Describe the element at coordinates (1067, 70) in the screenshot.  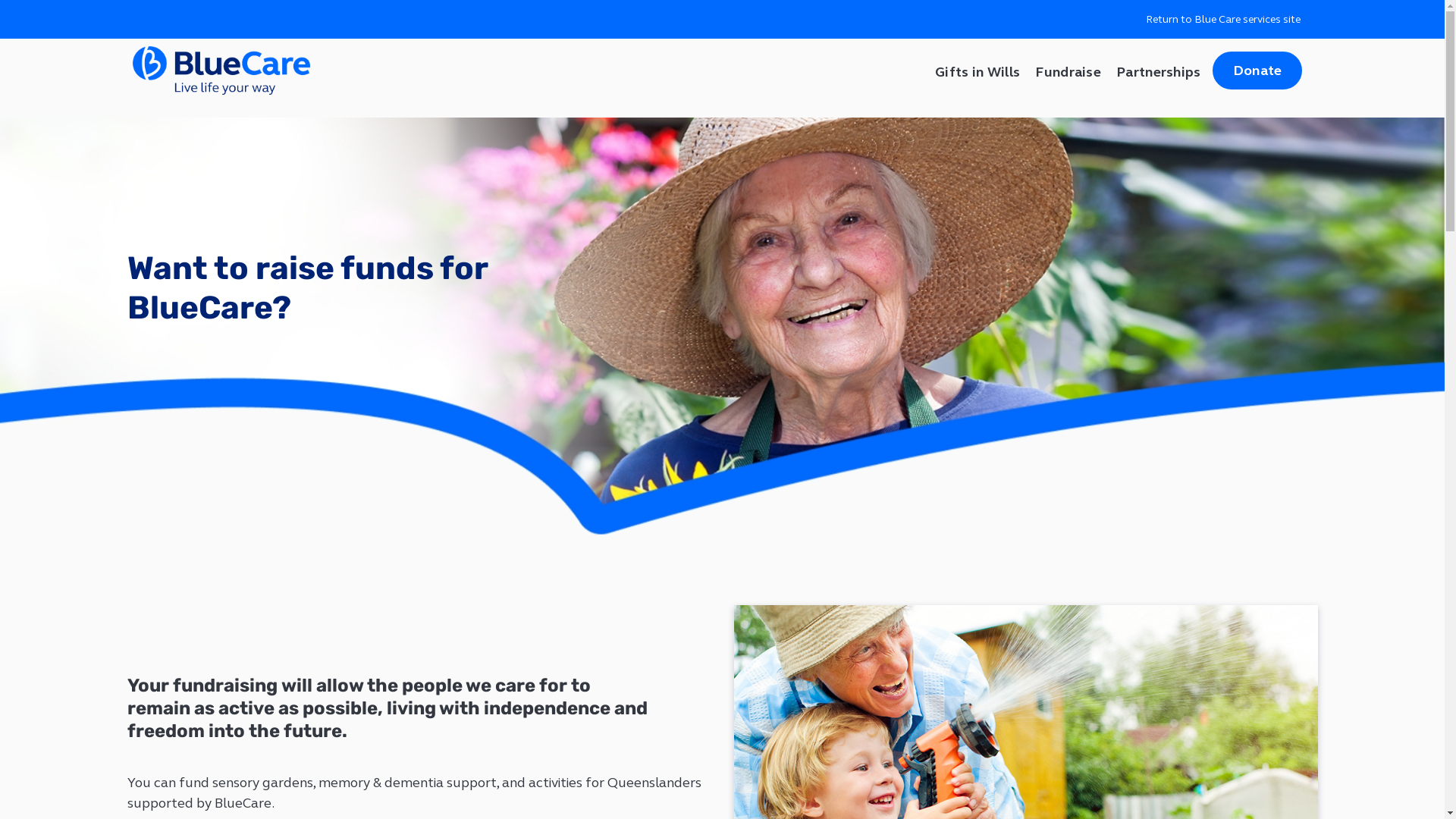
I see `'Fundraise'` at that location.